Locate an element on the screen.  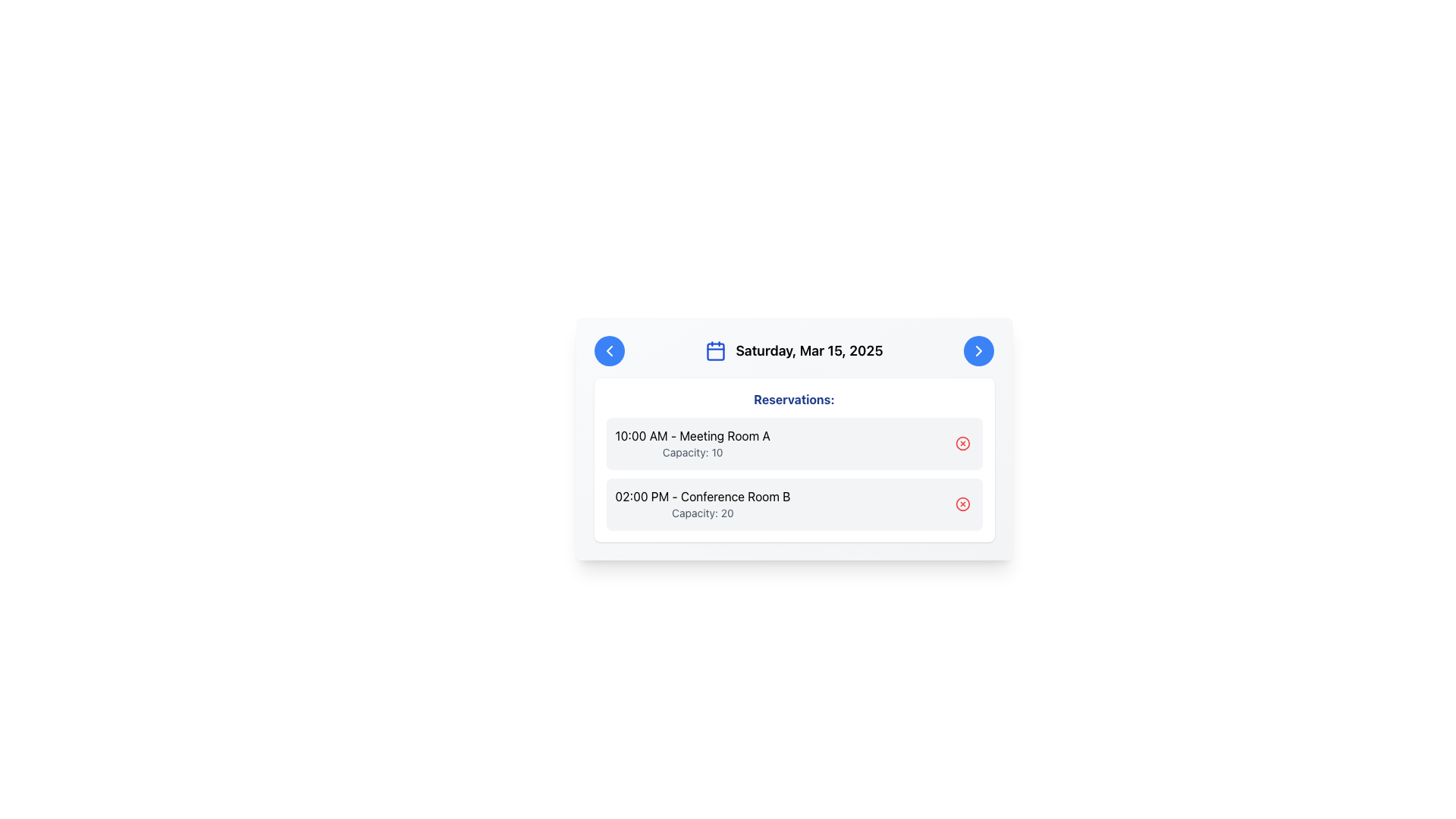
the circular button with a blue background and white text, which features a left-pointing arrow icon is located at coordinates (609, 350).